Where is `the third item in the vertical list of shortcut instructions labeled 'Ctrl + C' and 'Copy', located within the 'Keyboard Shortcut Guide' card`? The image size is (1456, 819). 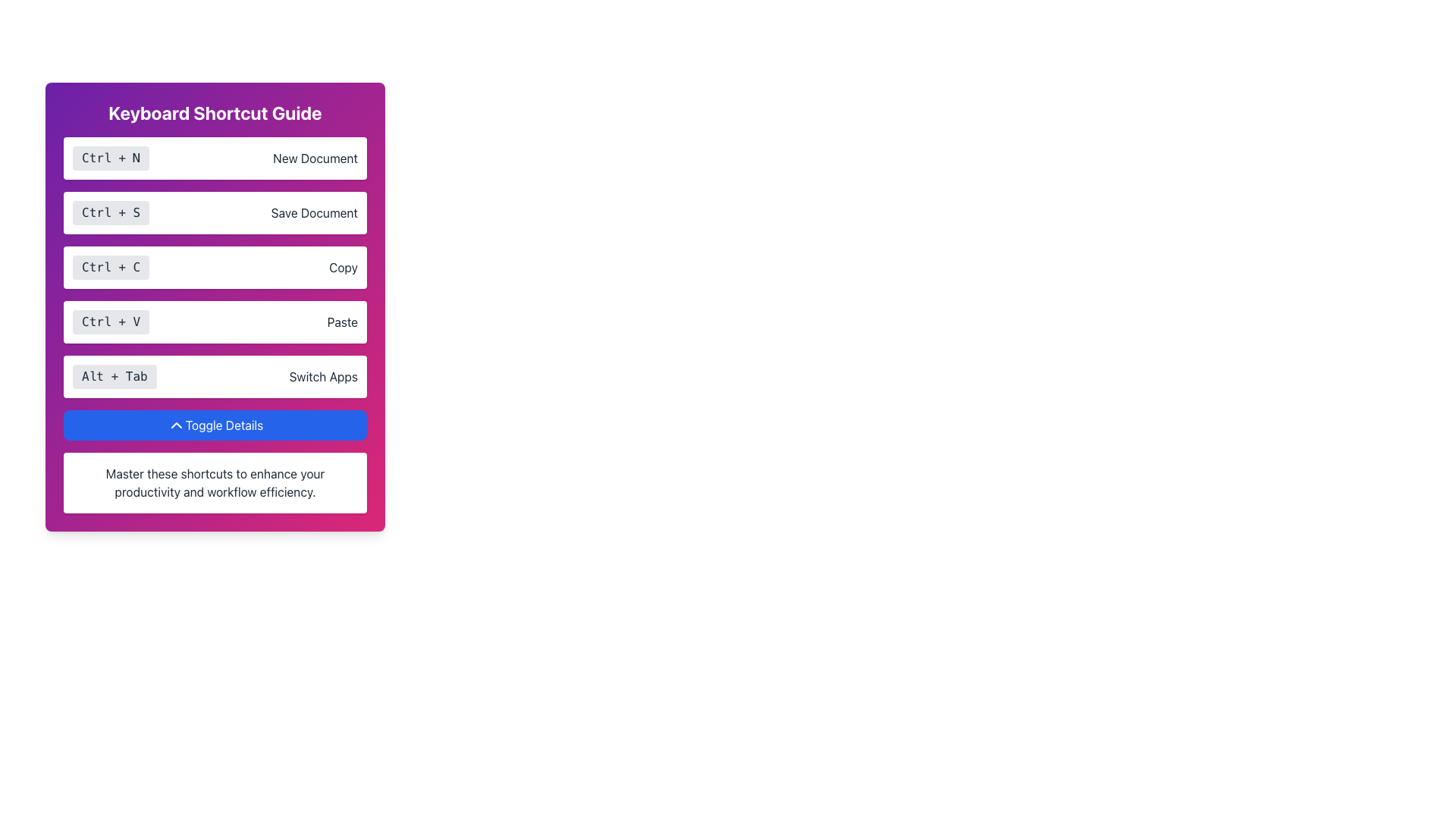 the third item in the vertical list of shortcut instructions labeled 'Ctrl + C' and 'Copy', located within the 'Keyboard Shortcut Guide' card is located at coordinates (214, 267).